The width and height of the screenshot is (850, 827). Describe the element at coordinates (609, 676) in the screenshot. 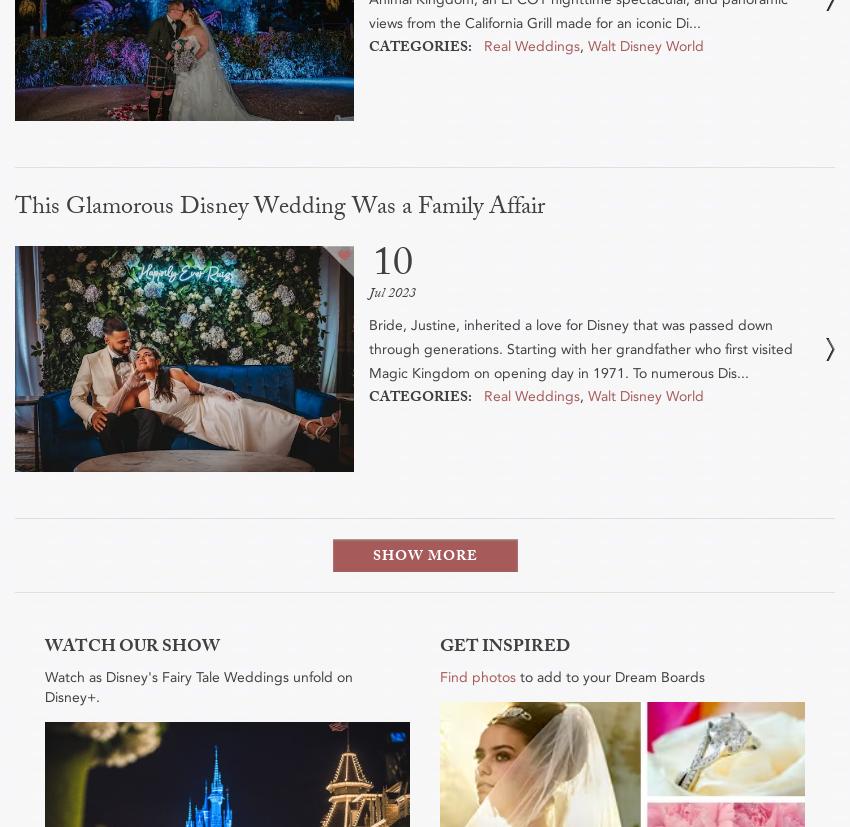

I see `'to add to your Dream Boards'` at that location.